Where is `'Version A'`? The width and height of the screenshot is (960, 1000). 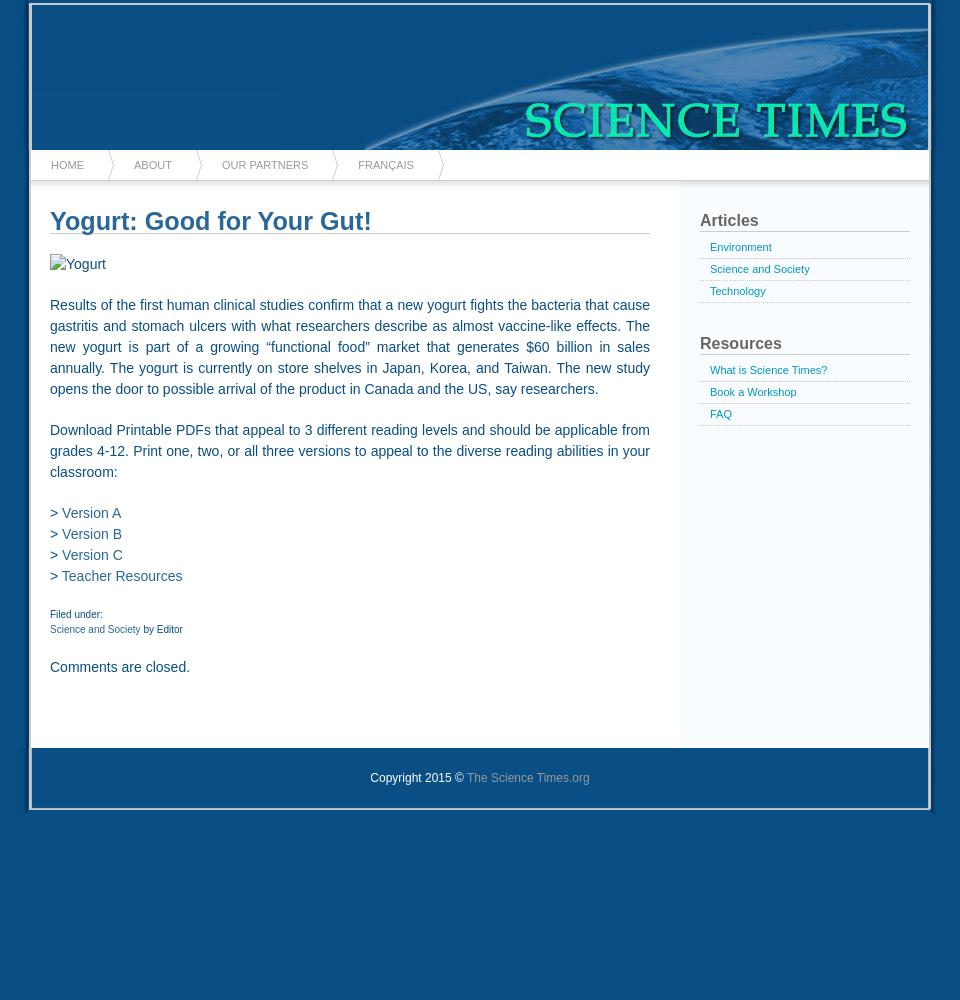 'Version A' is located at coordinates (62, 512).